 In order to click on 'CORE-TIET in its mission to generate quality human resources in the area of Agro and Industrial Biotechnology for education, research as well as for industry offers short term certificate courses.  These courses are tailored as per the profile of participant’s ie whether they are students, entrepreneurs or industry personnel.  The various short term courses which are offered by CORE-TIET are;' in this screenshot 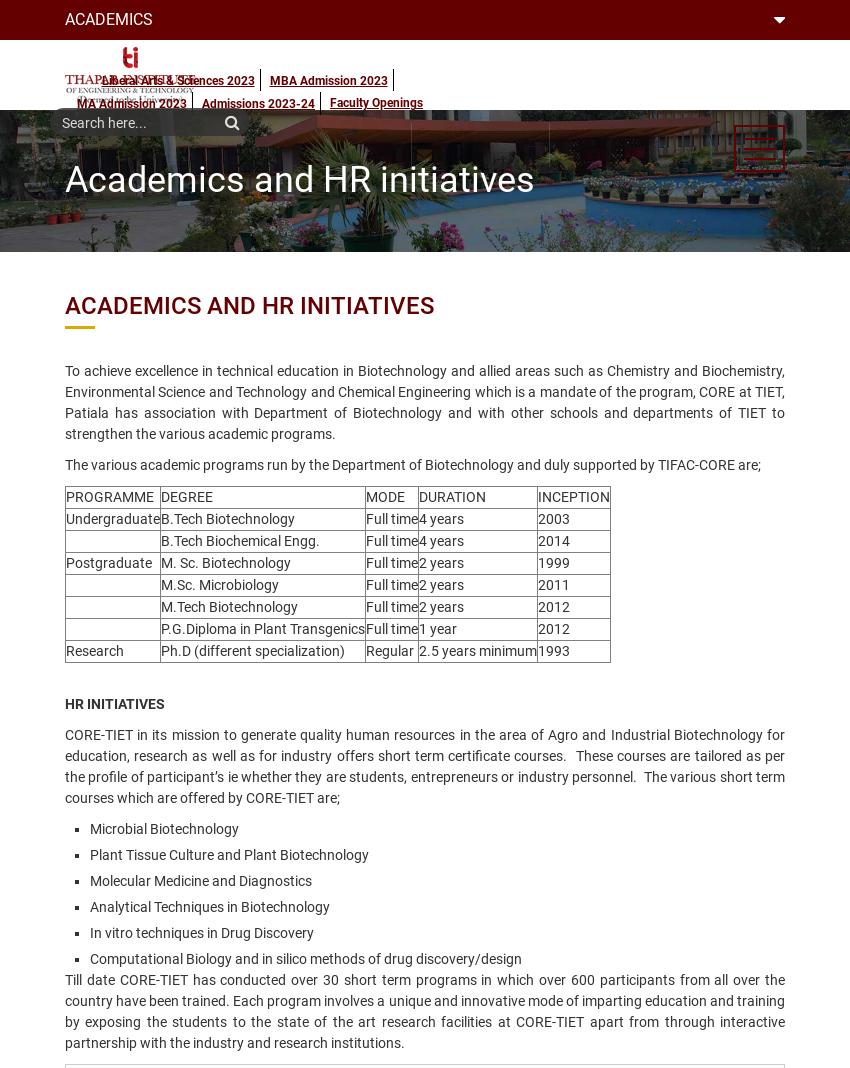, I will do `click(425, 766)`.